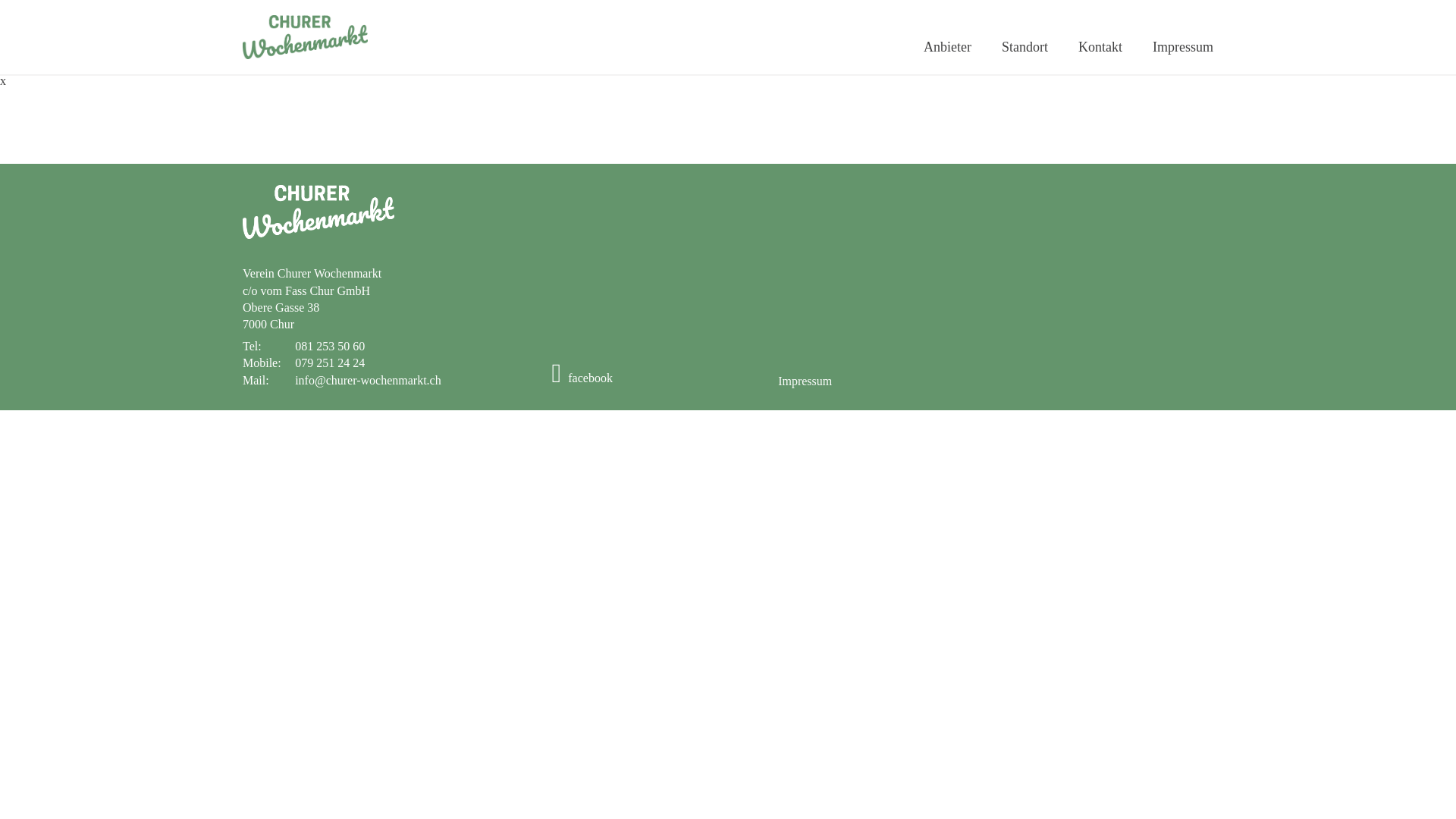 The height and width of the screenshot is (819, 1456). Describe the element at coordinates (1100, 46) in the screenshot. I see `'Kontakt'` at that location.